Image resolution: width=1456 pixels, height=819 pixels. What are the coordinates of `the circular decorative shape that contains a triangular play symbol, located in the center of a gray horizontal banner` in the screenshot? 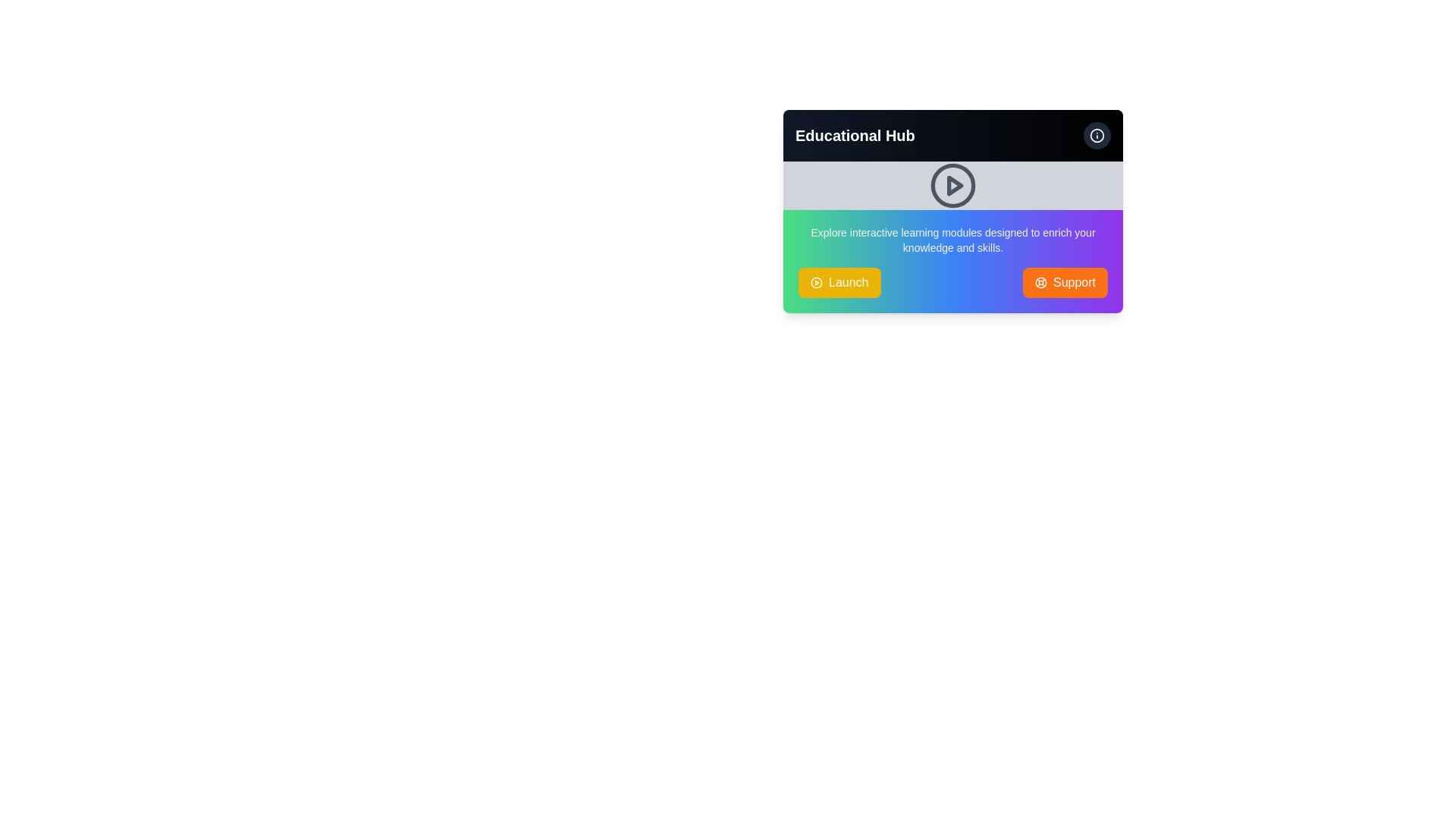 It's located at (952, 184).